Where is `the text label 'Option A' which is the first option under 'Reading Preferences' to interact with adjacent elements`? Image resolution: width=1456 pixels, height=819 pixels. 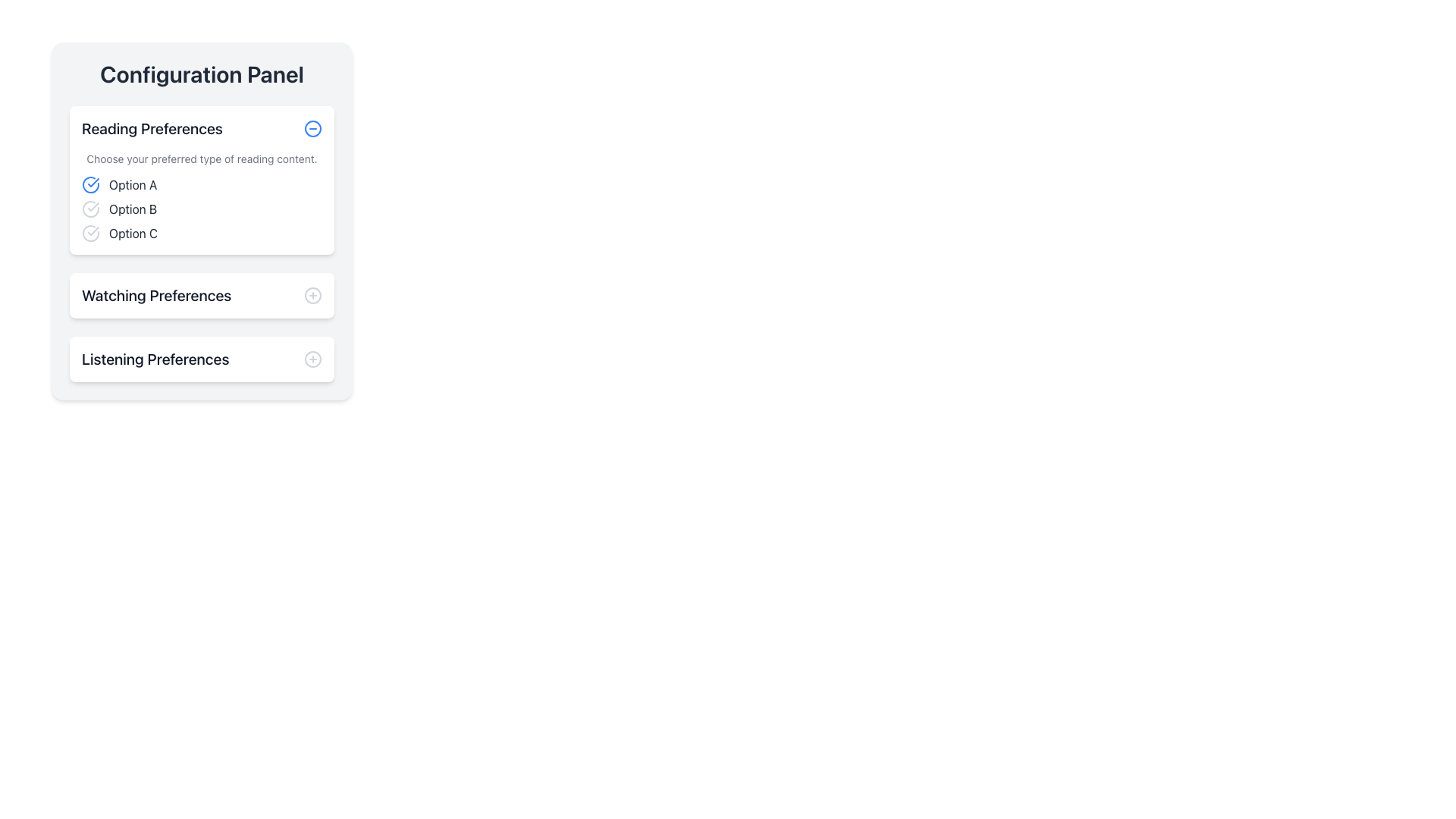 the text label 'Option A' which is the first option under 'Reading Preferences' to interact with adjacent elements is located at coordinates (133, 184).